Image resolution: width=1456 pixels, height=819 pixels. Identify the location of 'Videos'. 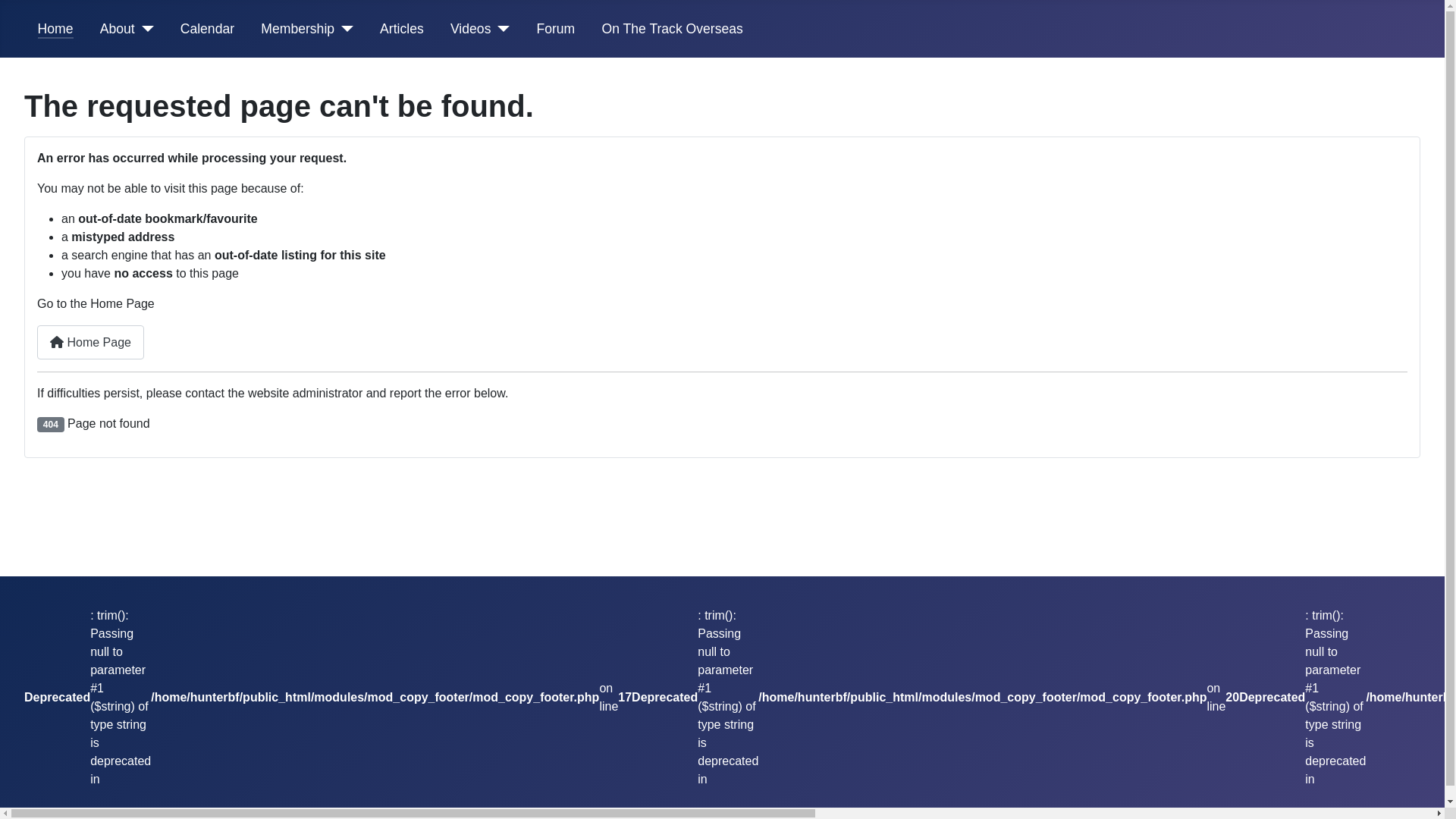
(450, 29).